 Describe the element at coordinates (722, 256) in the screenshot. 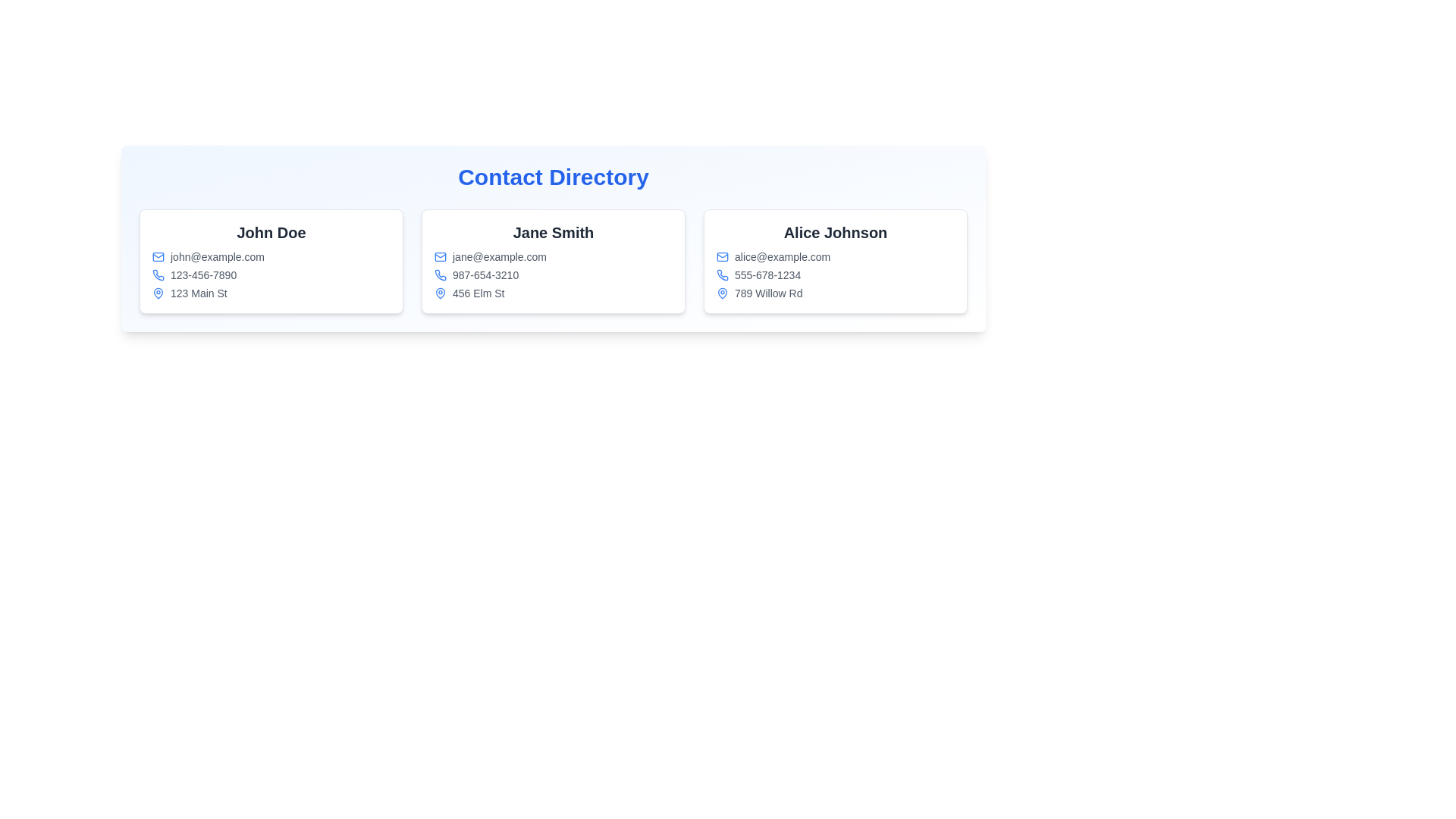

I see `the inner rectangle of the envelope icon representing the email contact method for 'Alice Johnson' in the third contact card of the 'Contact Directory' section` at that location.